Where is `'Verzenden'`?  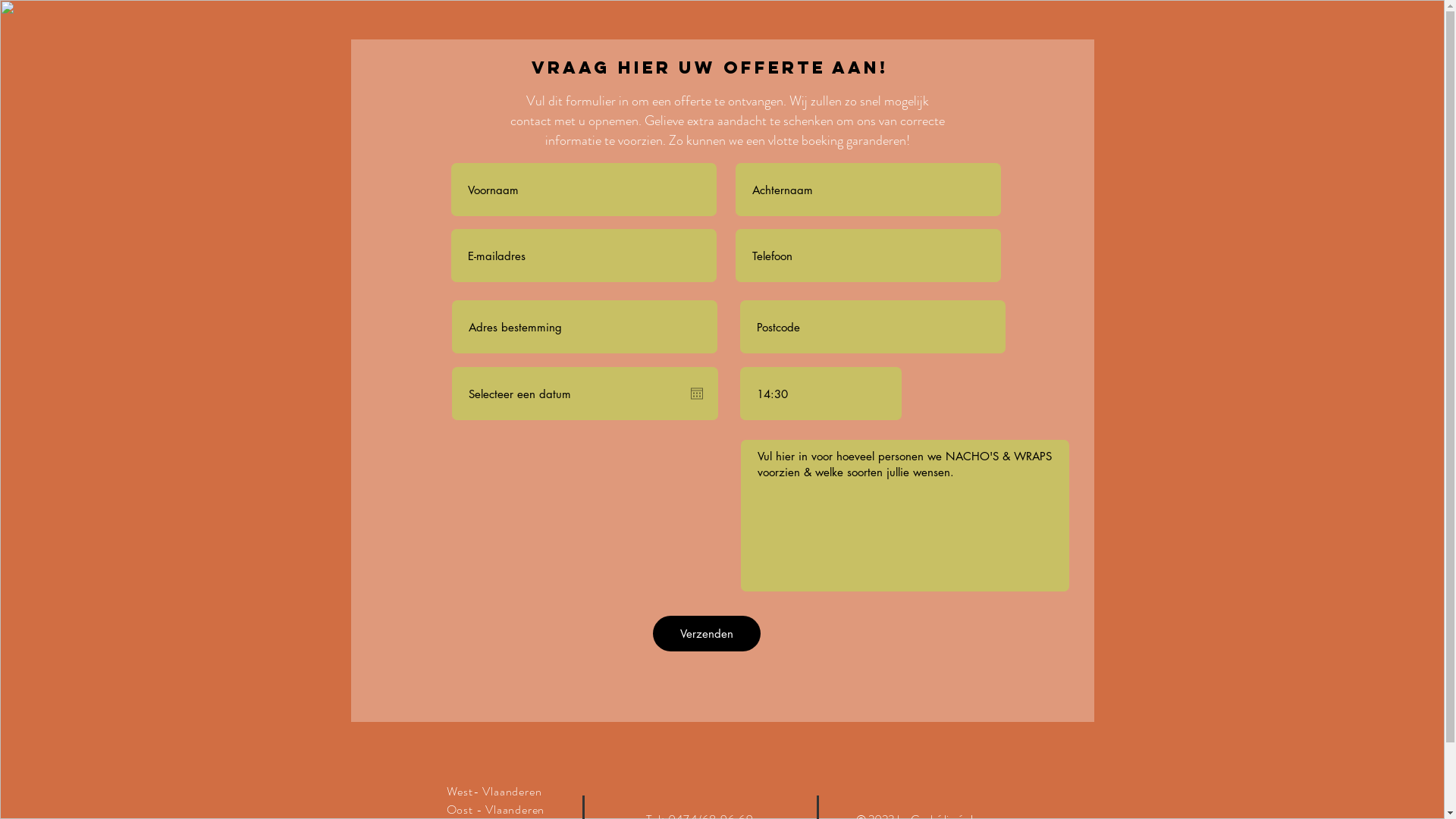
'Verzenden' is located at coordinates (705, 633).